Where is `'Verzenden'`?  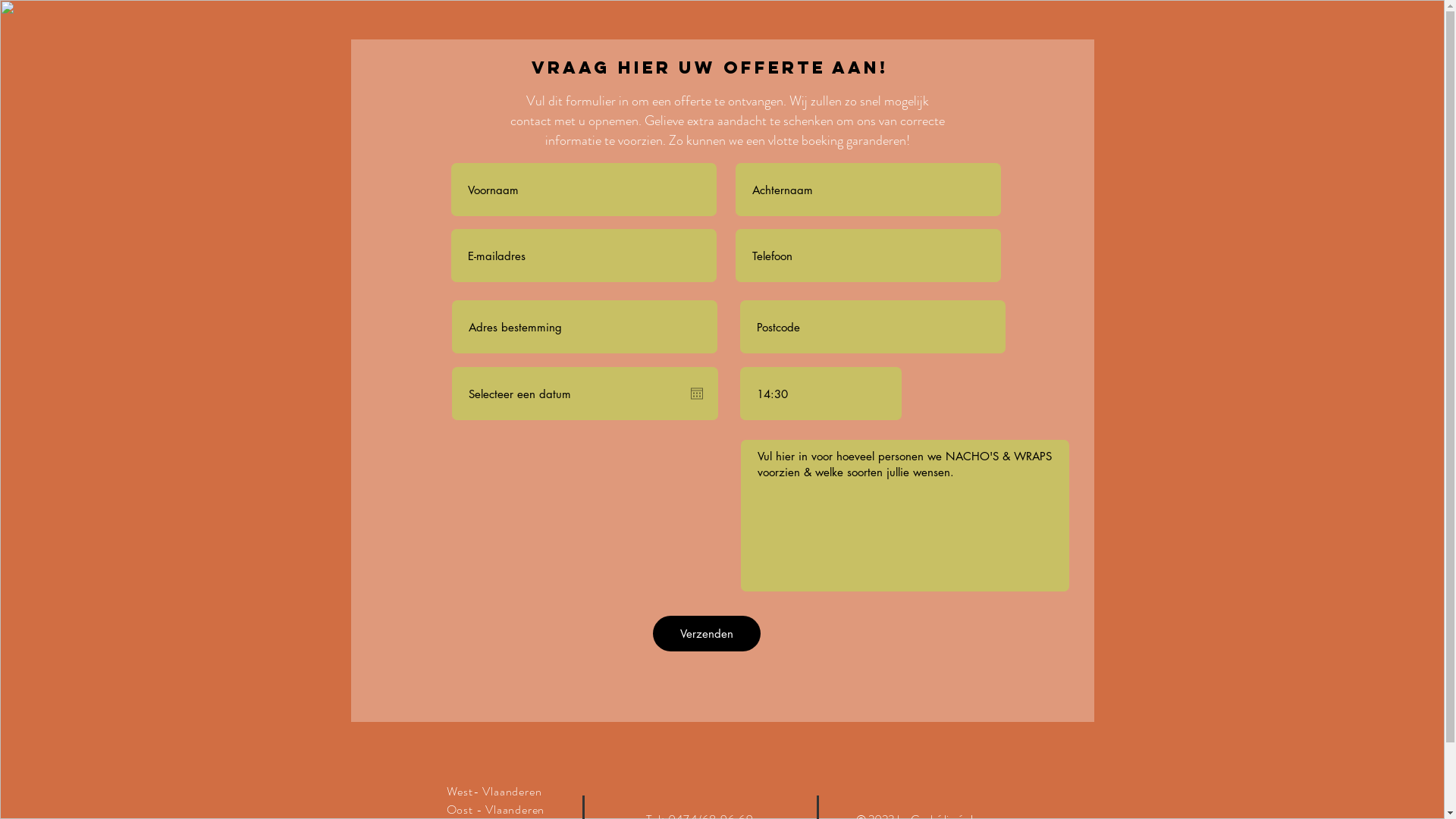
'Verzenden' is located at coordinates (705, 633).